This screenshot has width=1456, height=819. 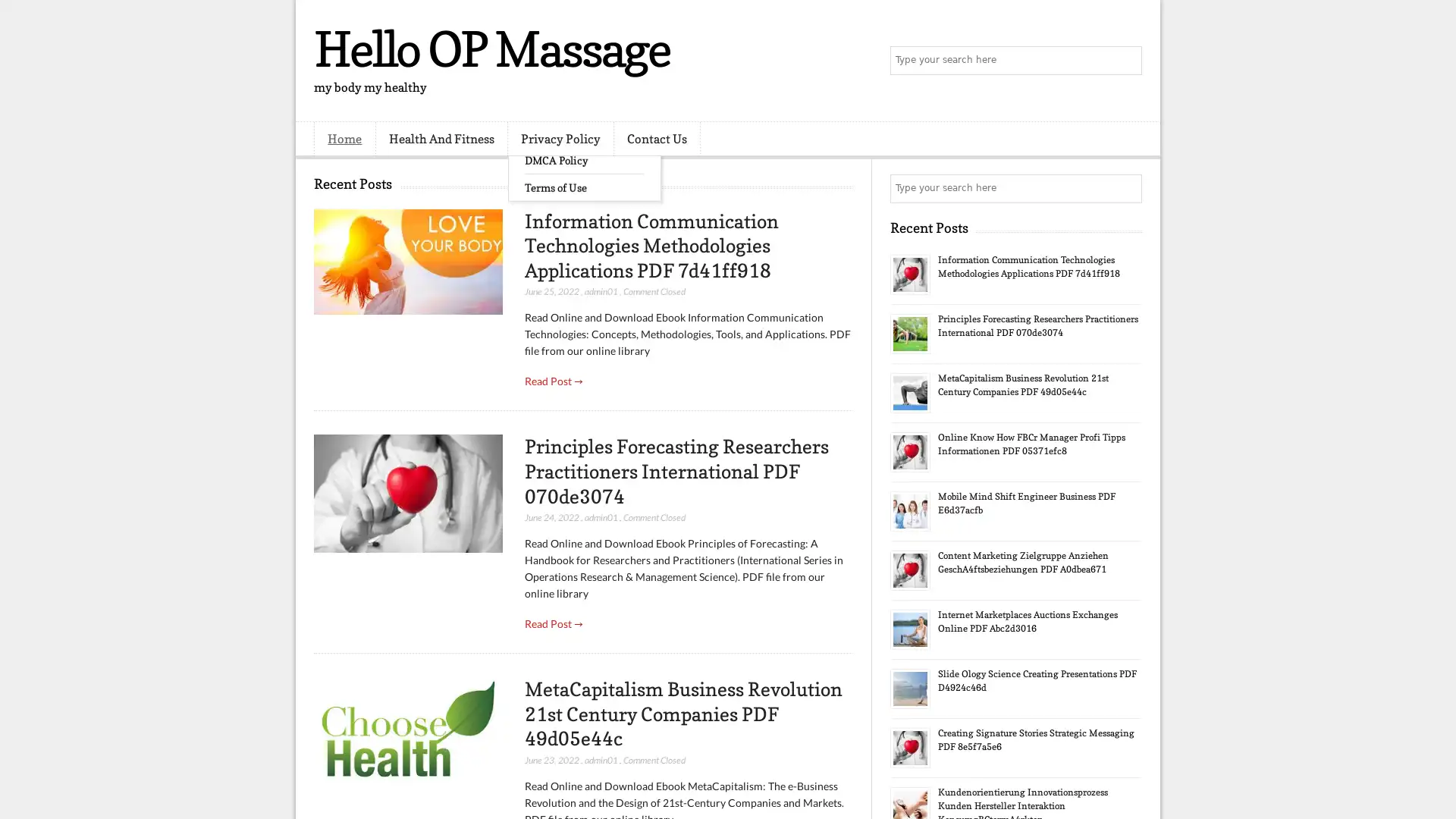 I want to click on Search, so click(x=1126, y=61).